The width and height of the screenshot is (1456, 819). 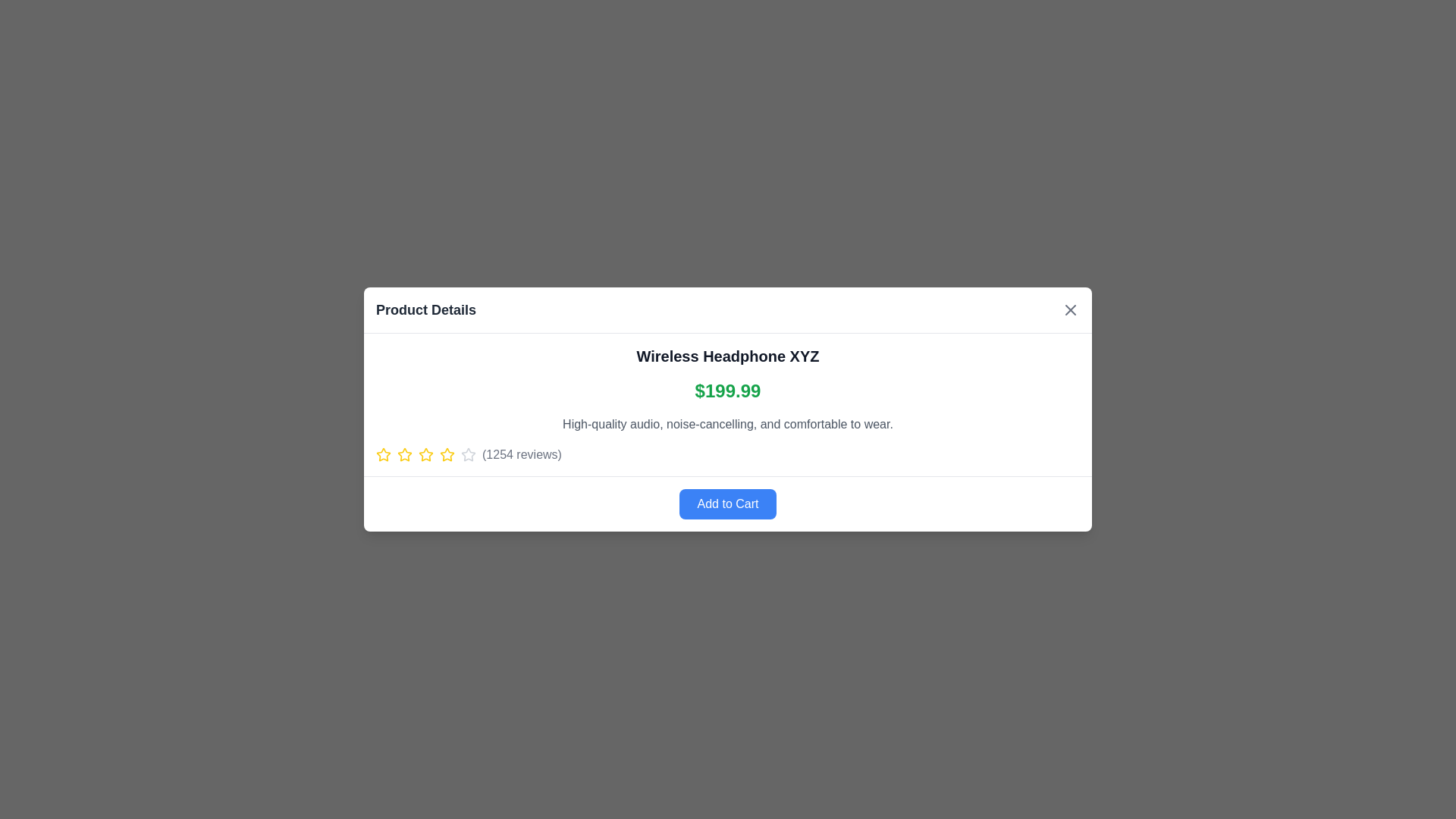 I want to click on the third yellow star icon with a hollow outline in the review section beneath the product information area, so click(x=404, y=454).